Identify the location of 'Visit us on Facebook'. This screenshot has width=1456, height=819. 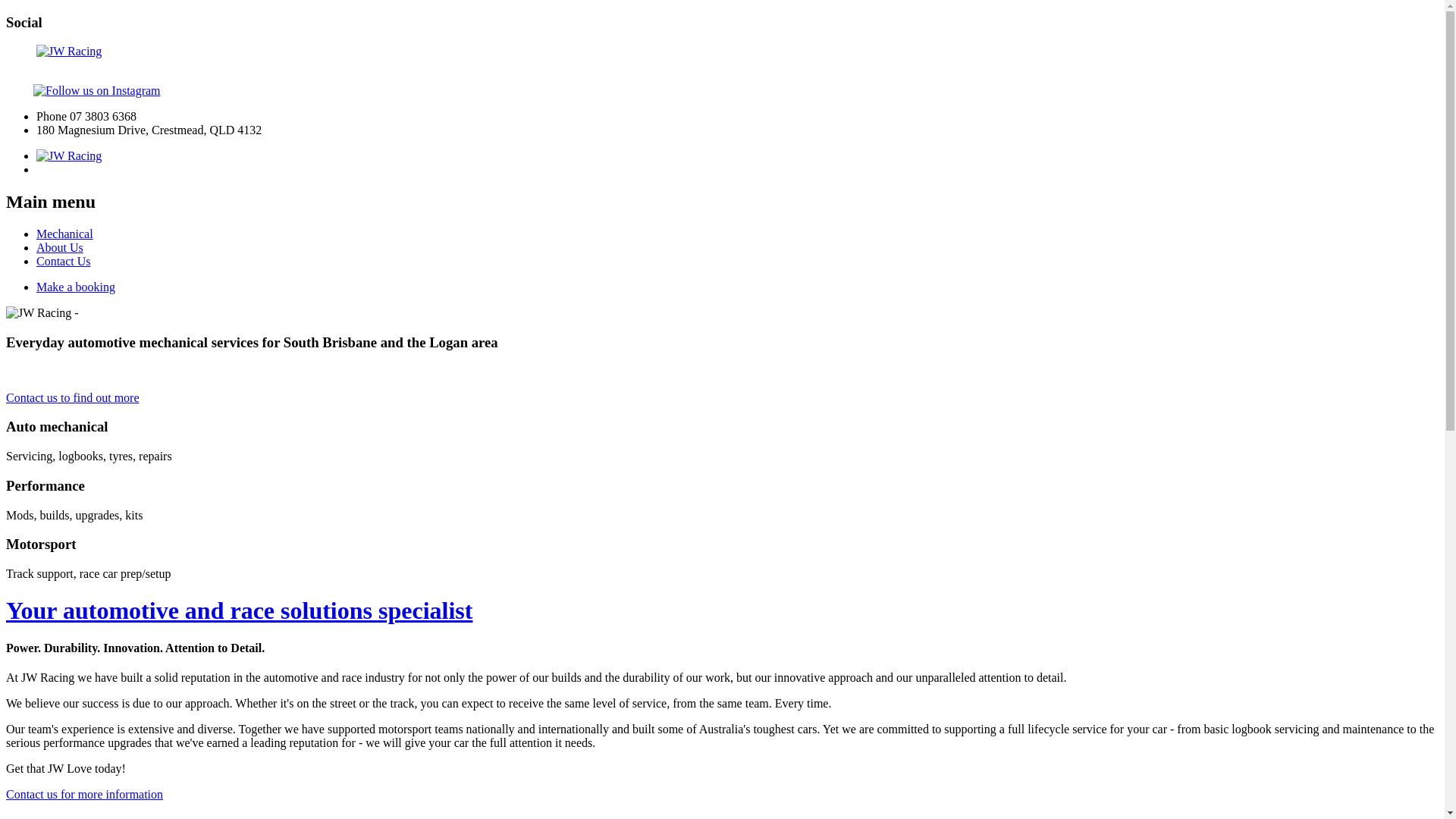
(18, 90).